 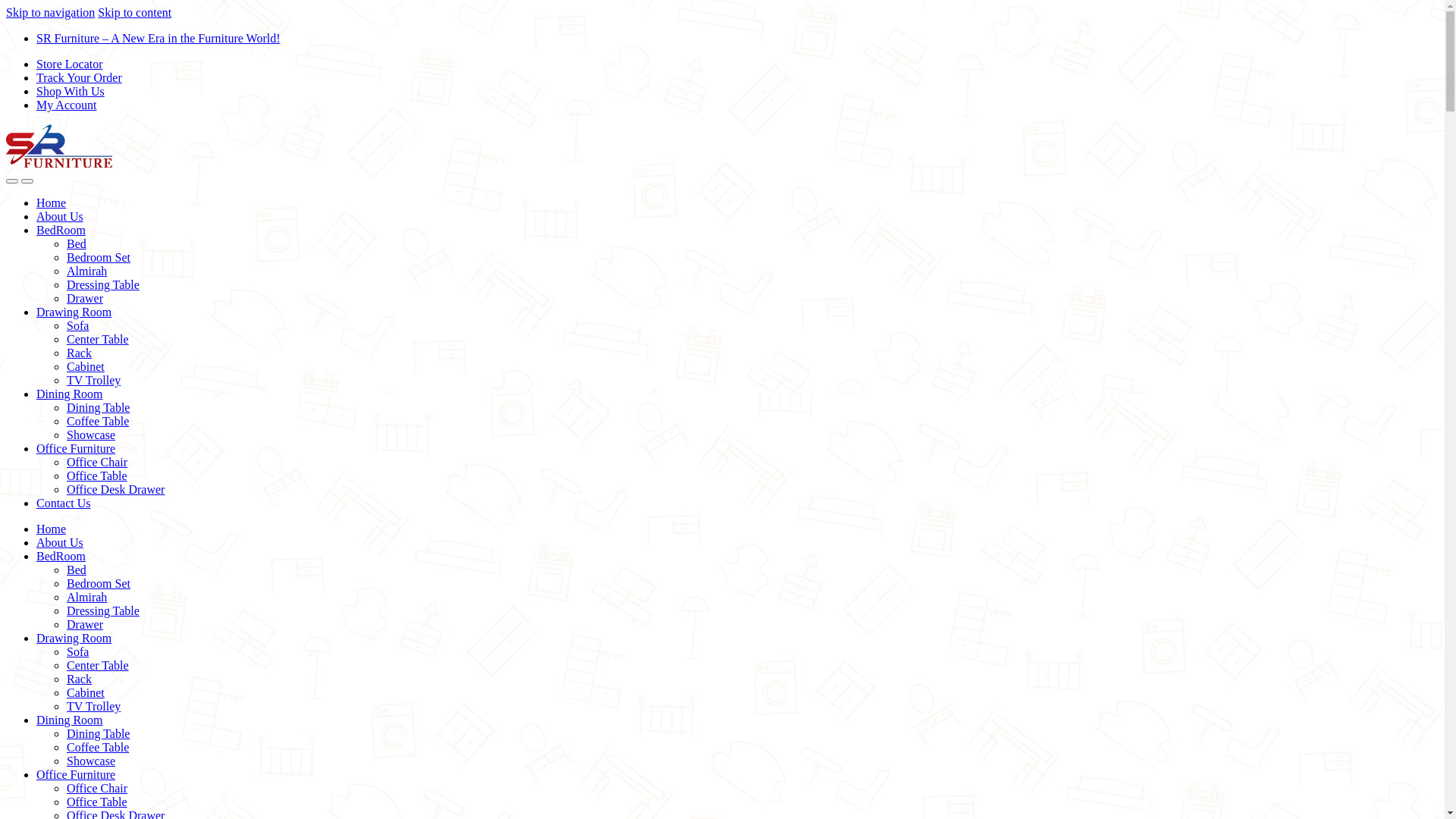 I want to click on 'Dressing Table', so click(x=102, y=284).